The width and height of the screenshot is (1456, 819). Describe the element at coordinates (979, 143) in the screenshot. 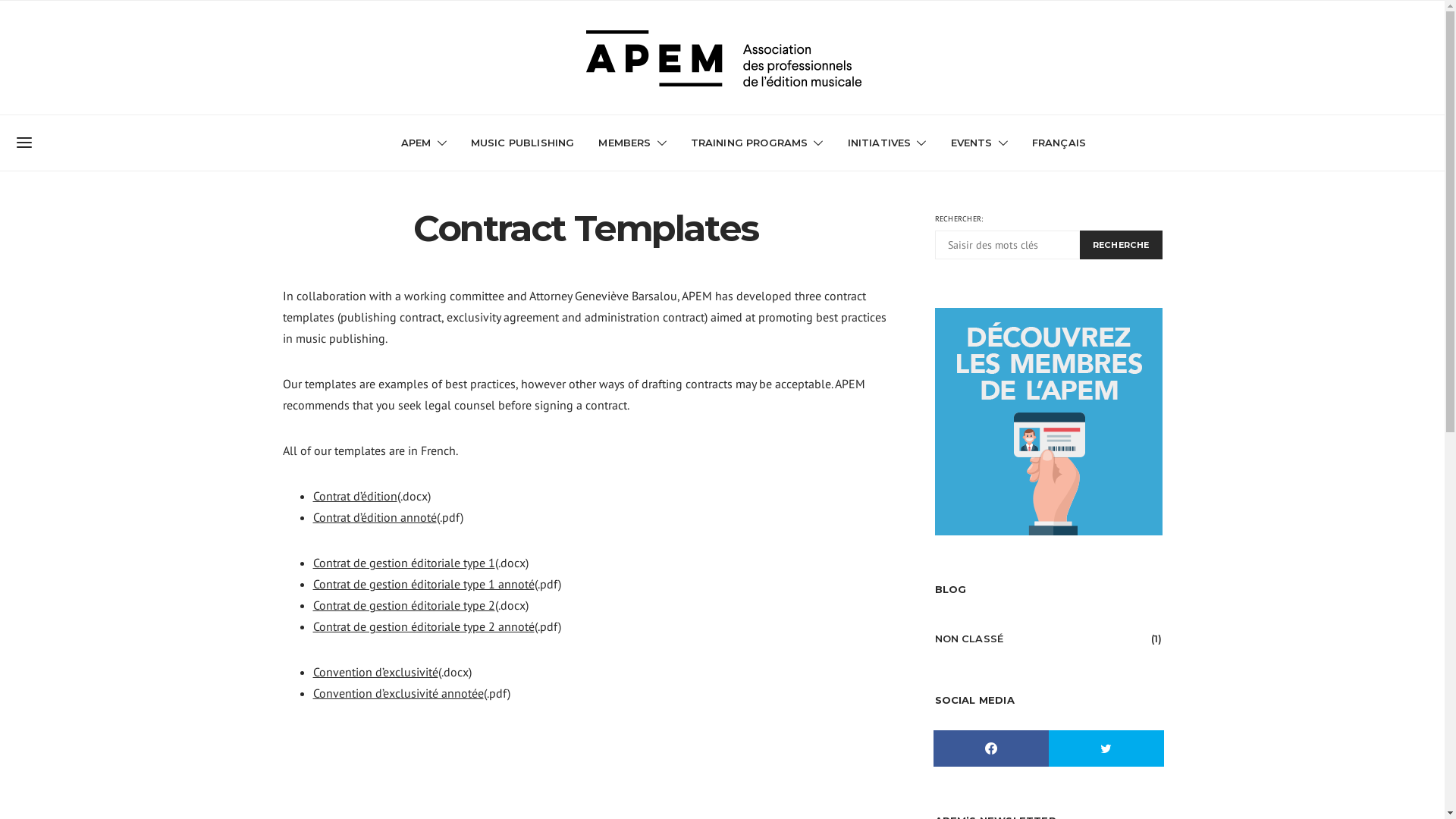

I see `'EVENTS'` at that location.